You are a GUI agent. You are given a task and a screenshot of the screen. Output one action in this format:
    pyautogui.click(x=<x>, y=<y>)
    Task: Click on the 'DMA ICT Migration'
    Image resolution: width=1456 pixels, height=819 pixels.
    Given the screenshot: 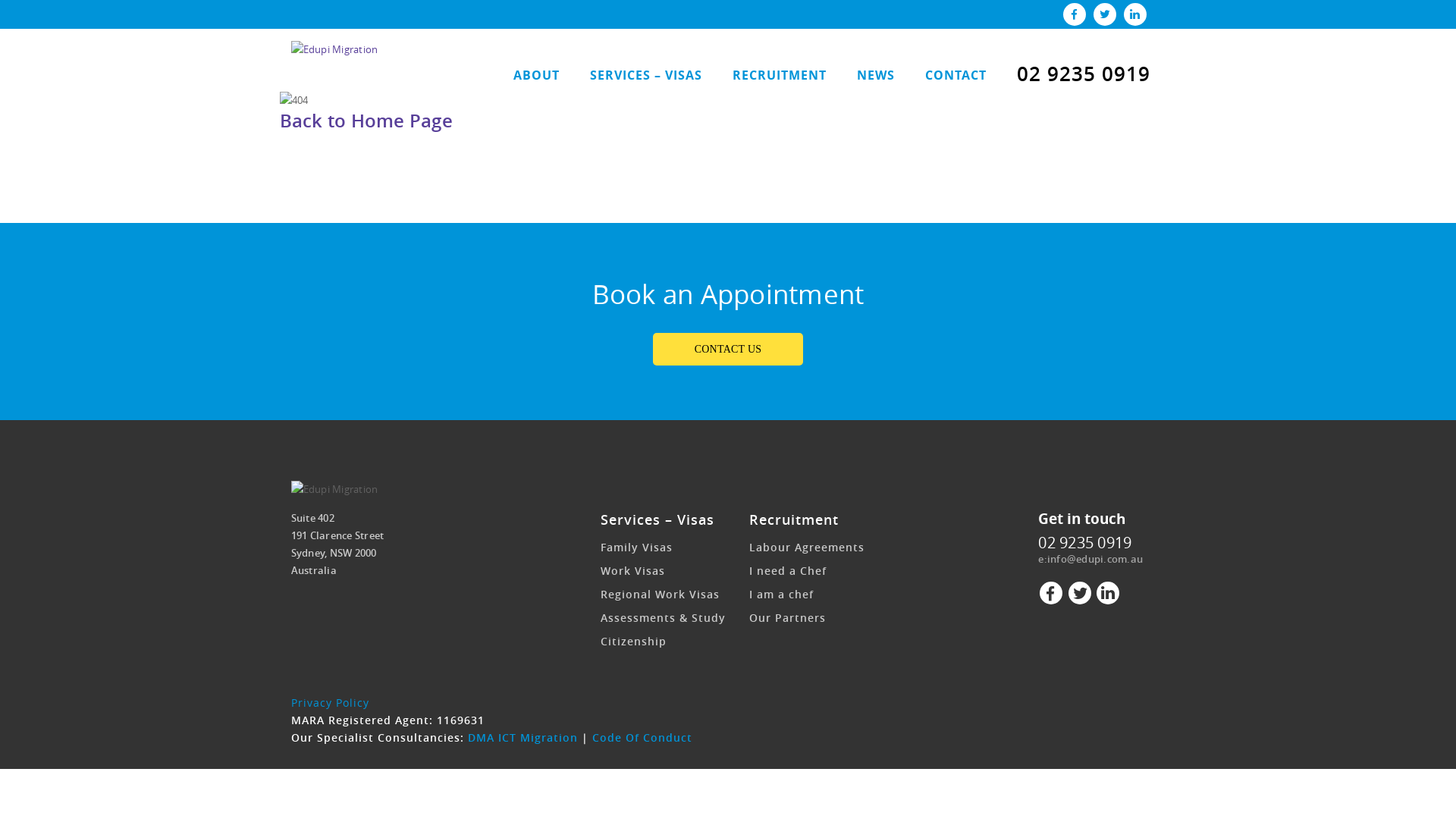 What is the action you would take?
    pyautogui.click(x=466, y=736)
    